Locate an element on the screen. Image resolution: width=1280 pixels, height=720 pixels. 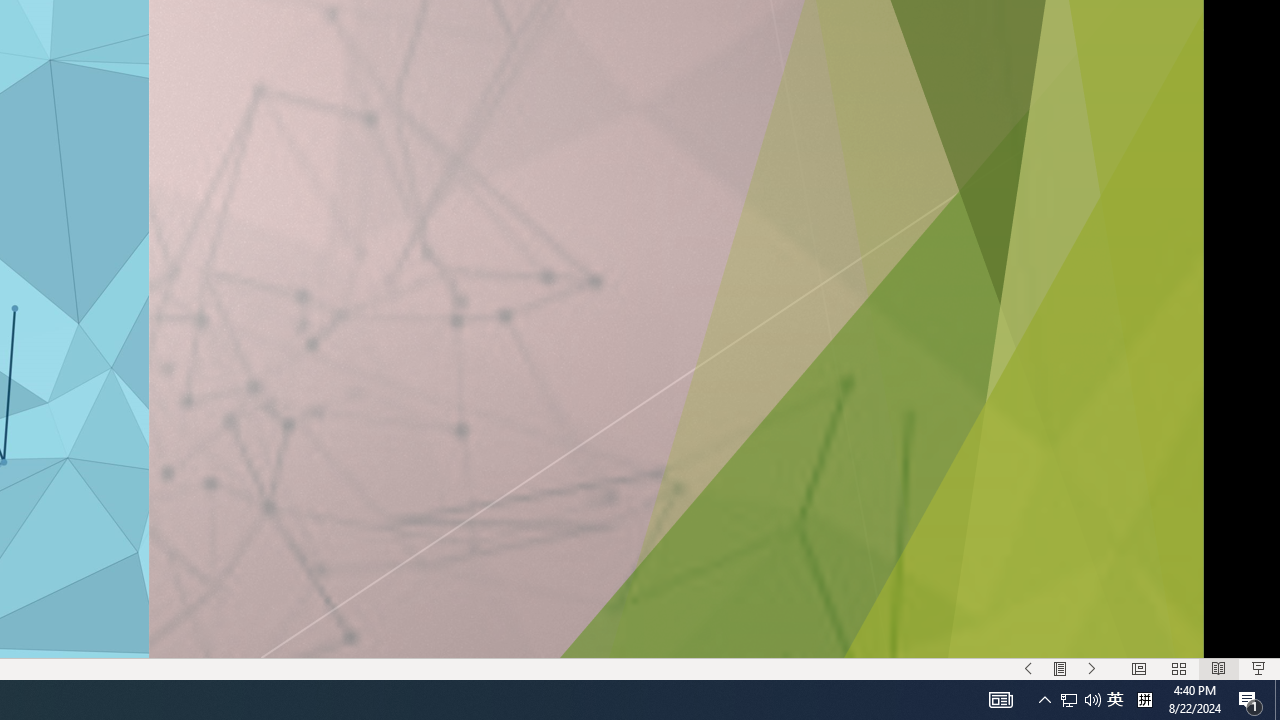
'Menu On' is located at coordinates (1059, 669).